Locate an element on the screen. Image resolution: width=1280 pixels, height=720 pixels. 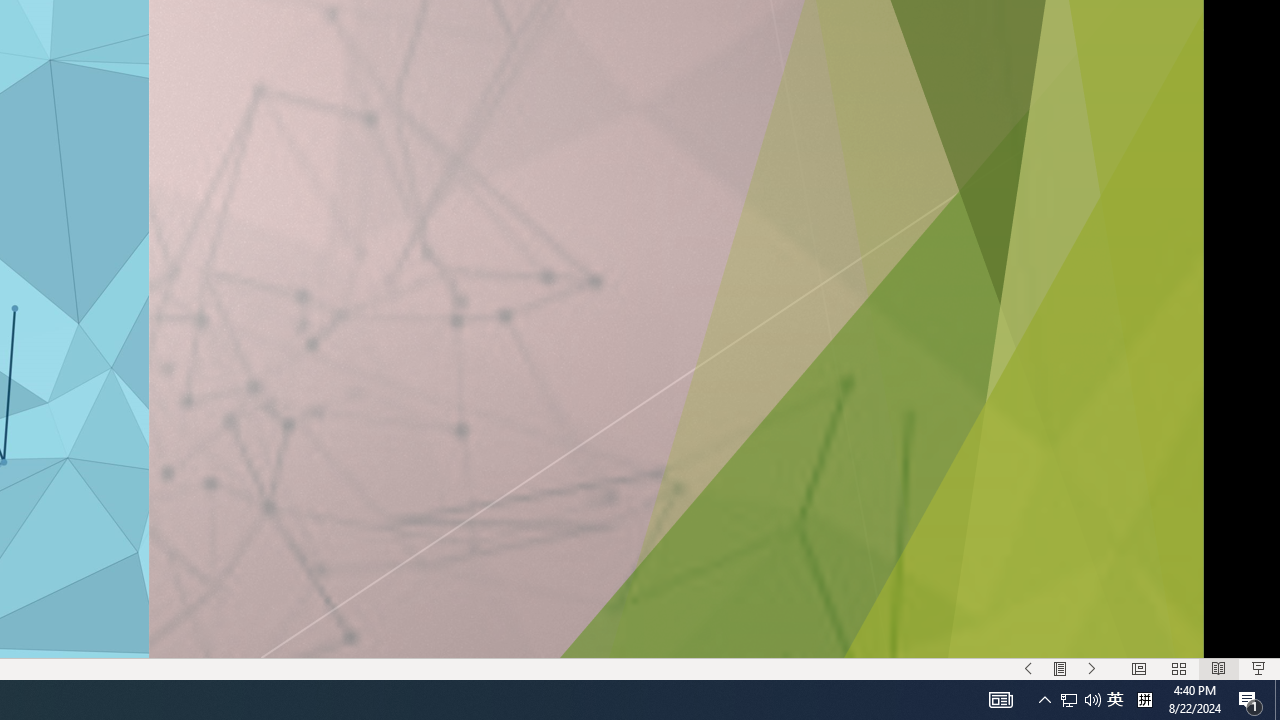
'Menu On' is located at coordinates (1059, 669).